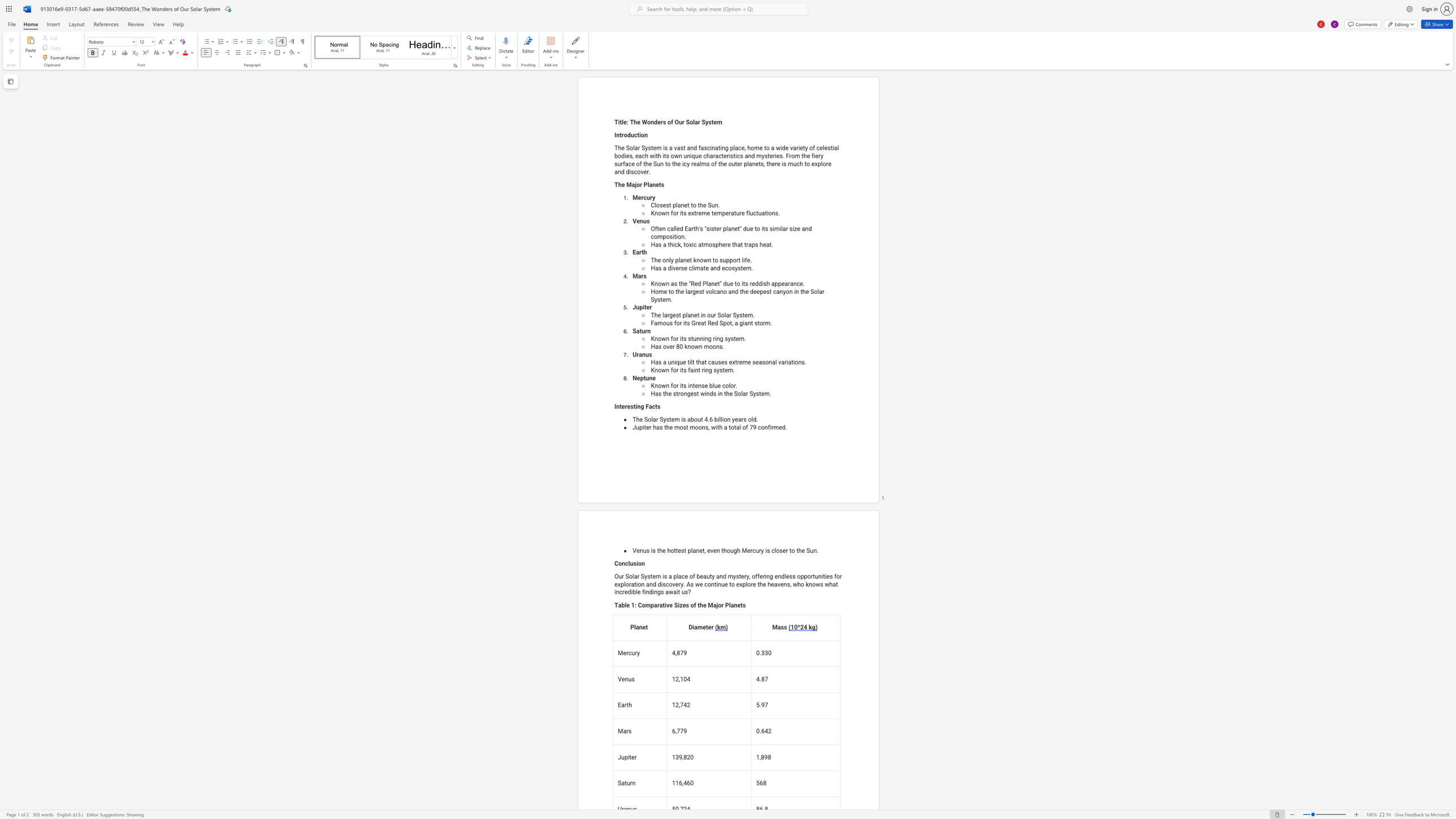 The width and height of the screenshot is (1456, 819). What do you see at coordinates (820, 155) in the screenshot?
I see `the subset text "y surface of th" within the text "The Solar System is a vast and fascinating place, home to a wide variety of celestial bodies, each with its own unique characteristics and mysteries. From the fiery surface of the Sun to the icy realms of the outer planets, there is much to explore and discover."` at bounding box center [820, 155].